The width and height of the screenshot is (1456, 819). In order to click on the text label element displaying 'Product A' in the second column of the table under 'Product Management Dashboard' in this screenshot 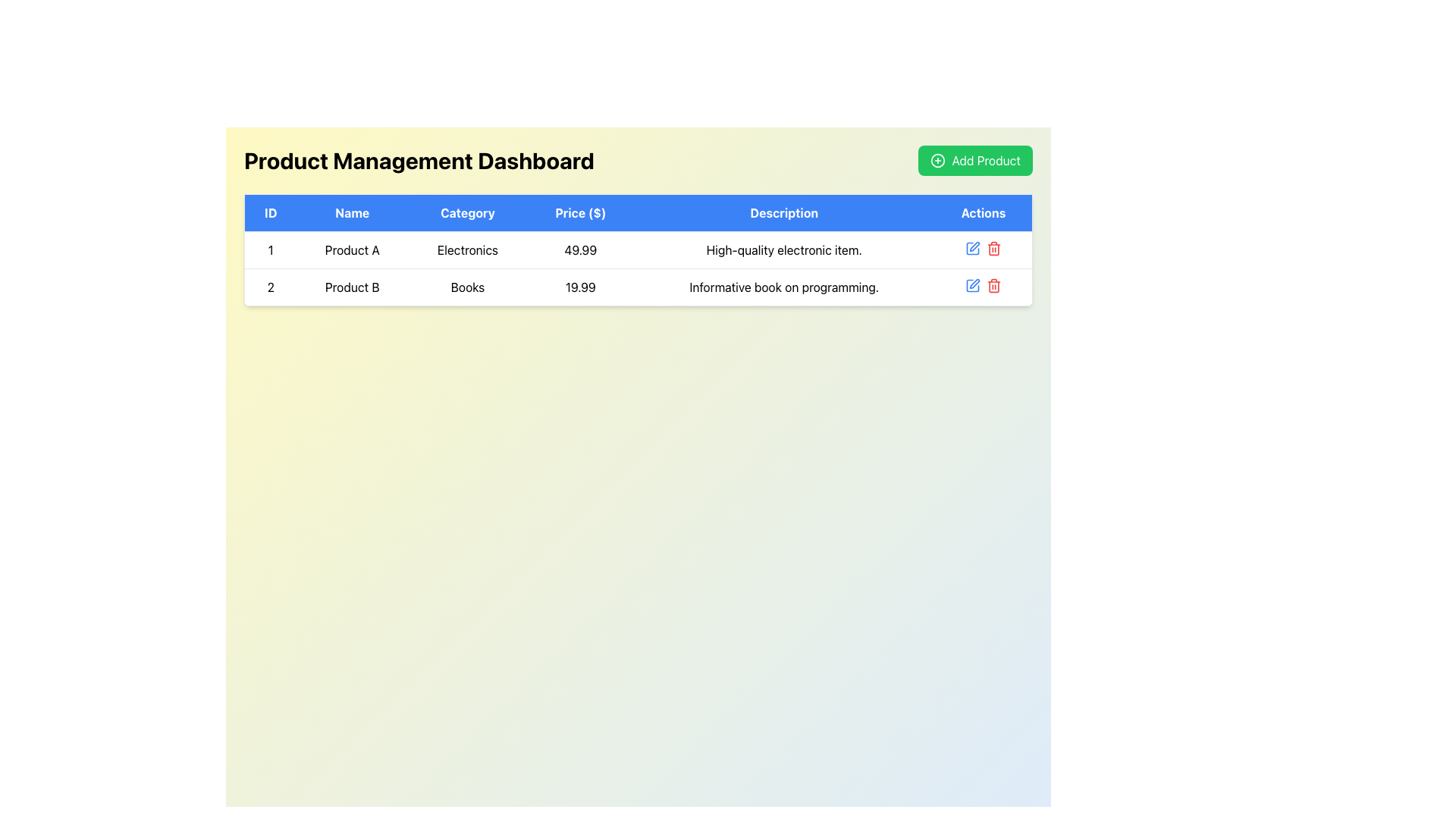, I will do `click(351, 249)`.